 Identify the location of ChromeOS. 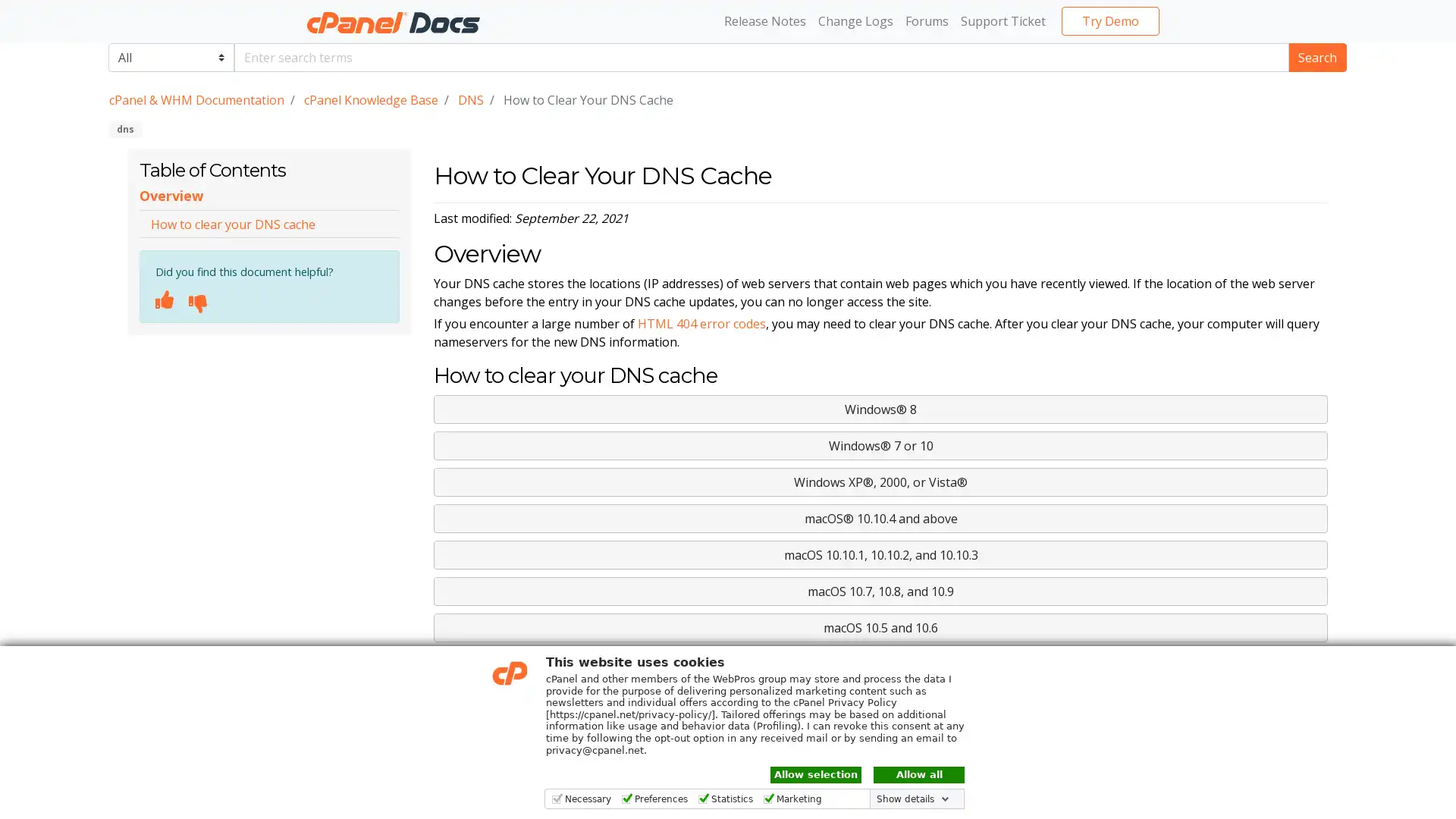
(880, 663).